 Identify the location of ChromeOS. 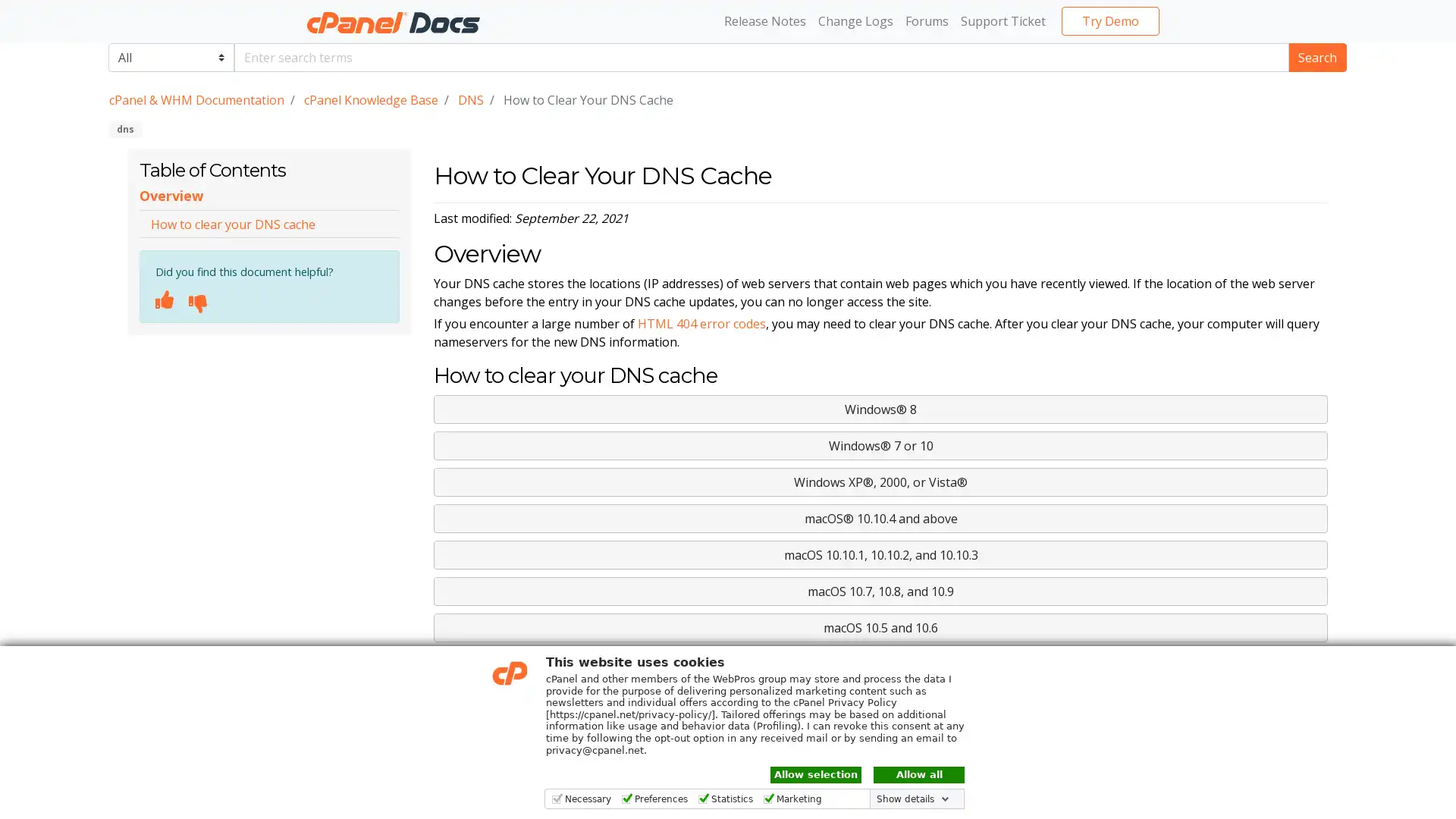
(880, 663).